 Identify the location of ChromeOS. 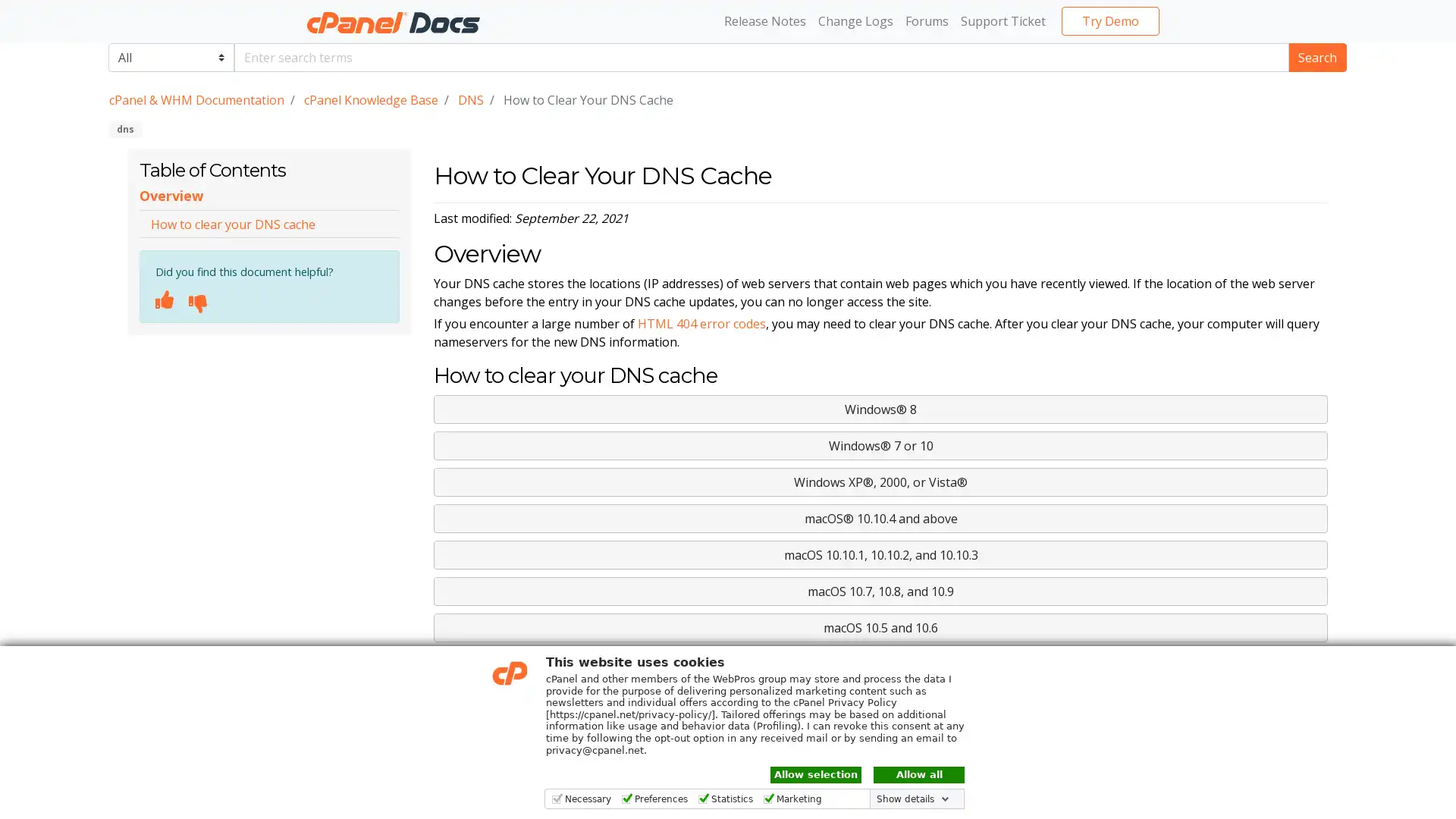
(880, 663).